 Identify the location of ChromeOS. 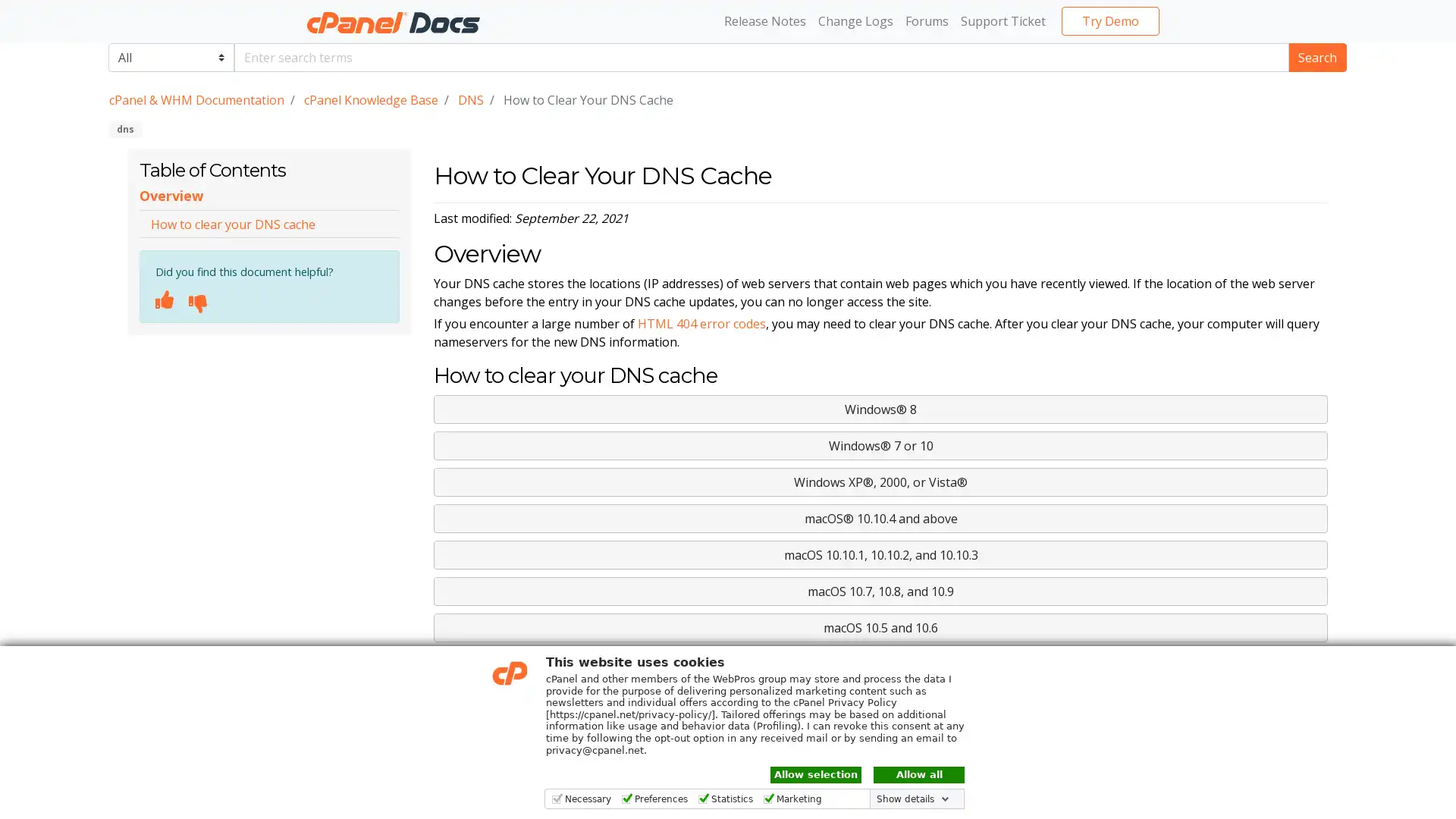
(880, 663).